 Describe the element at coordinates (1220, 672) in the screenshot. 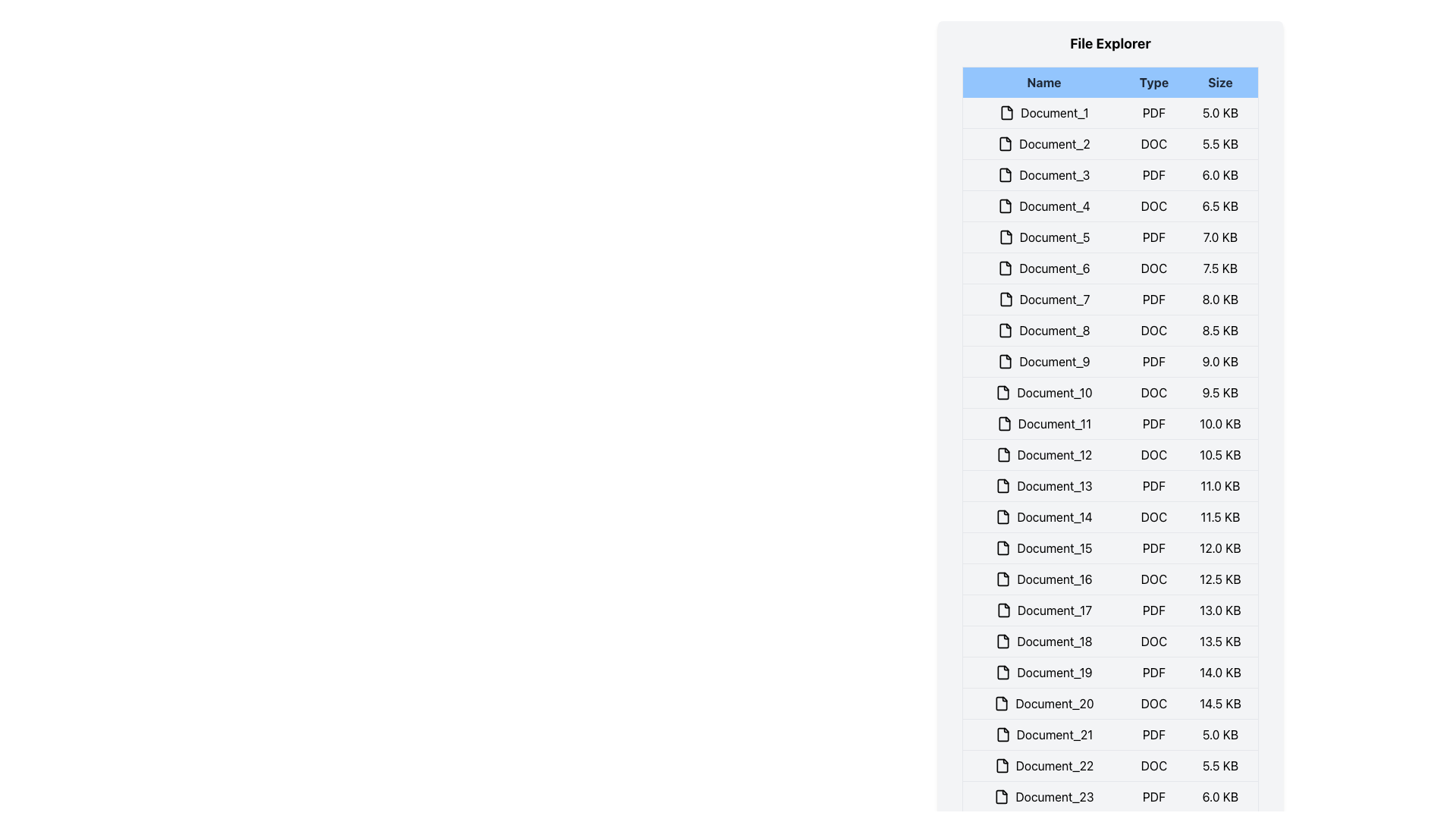

I see `the text label displaying the size information '14.0 KB' in the 'Size' column of the file listing table for the file 'Document_19'` at that location.